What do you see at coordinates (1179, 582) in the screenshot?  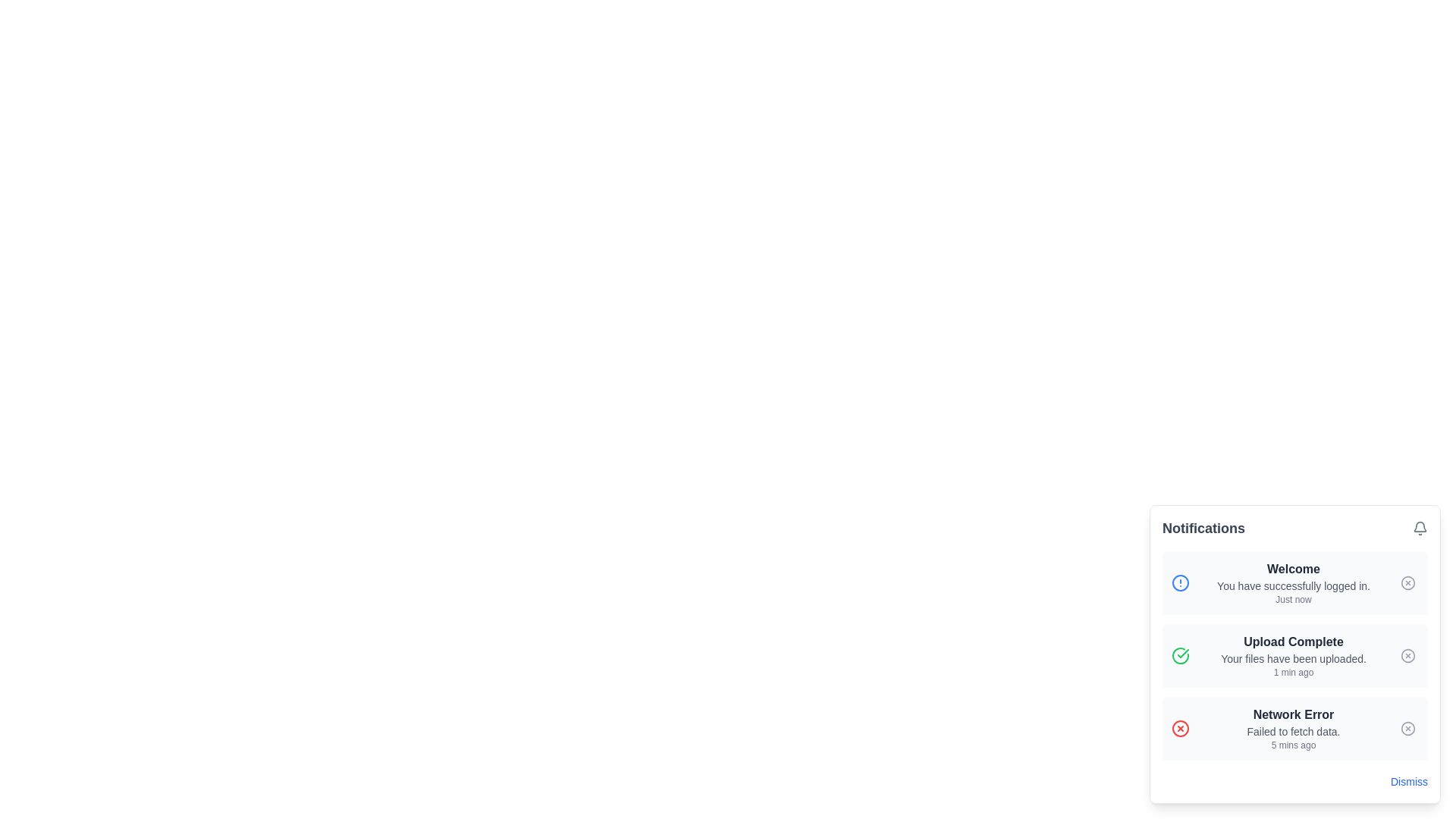 I see `the circular icon with a blue outline containing a warning symbol located in the notification panel, to the left of the text 'Welcome'` at bounding box center [1179, 582].